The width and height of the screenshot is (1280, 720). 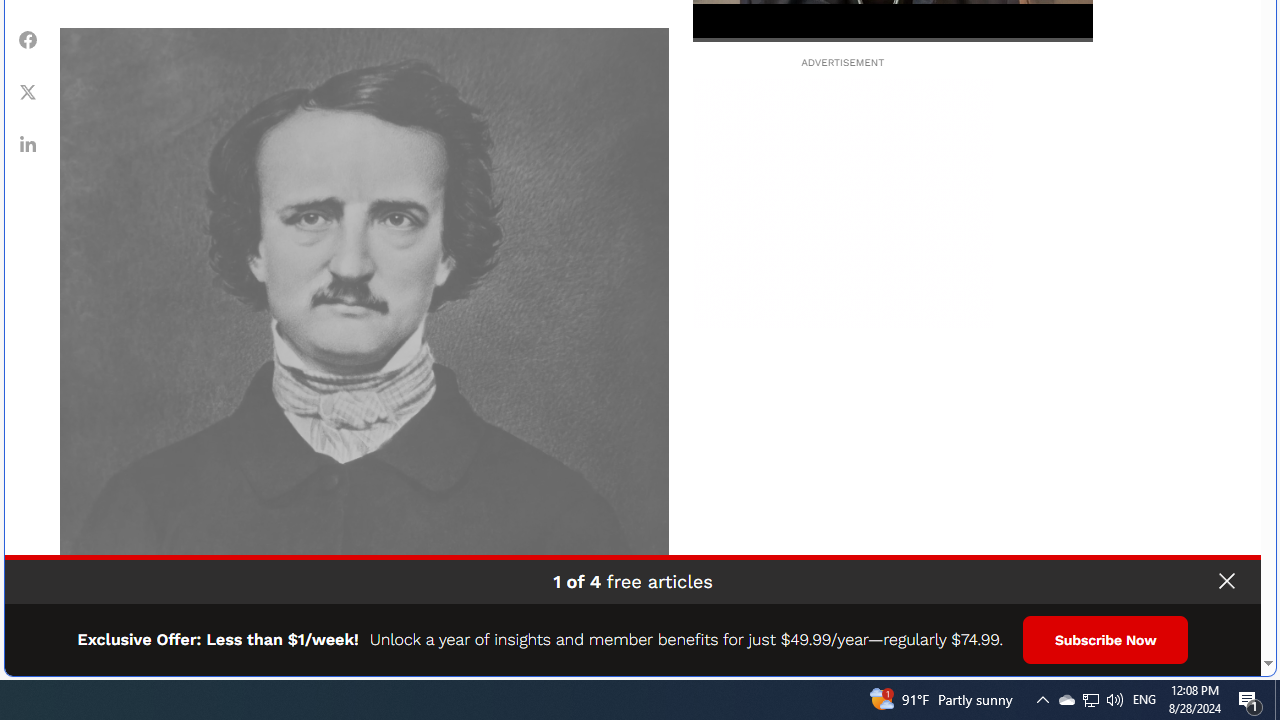 What do you see at coordinates (1104, 640) in the screenshot?
I see `'Subscribe Now'` at bounding box center [1104, 640].